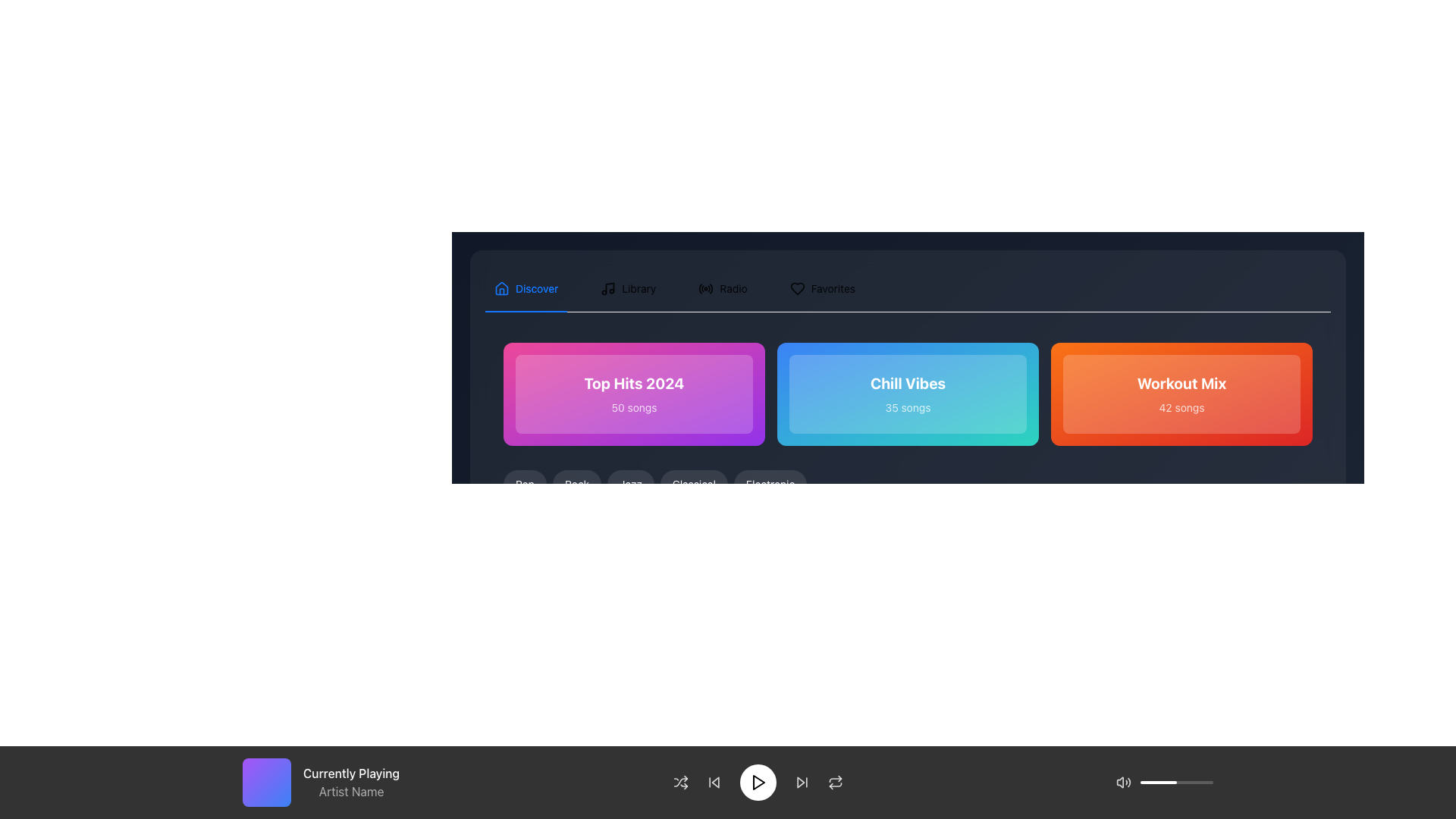 This screenshot has height=819, width=1456. What do you see at coordinates (1194, 783) in the screenshot?
I see `the slider position` at bounding box center [1194, 783].